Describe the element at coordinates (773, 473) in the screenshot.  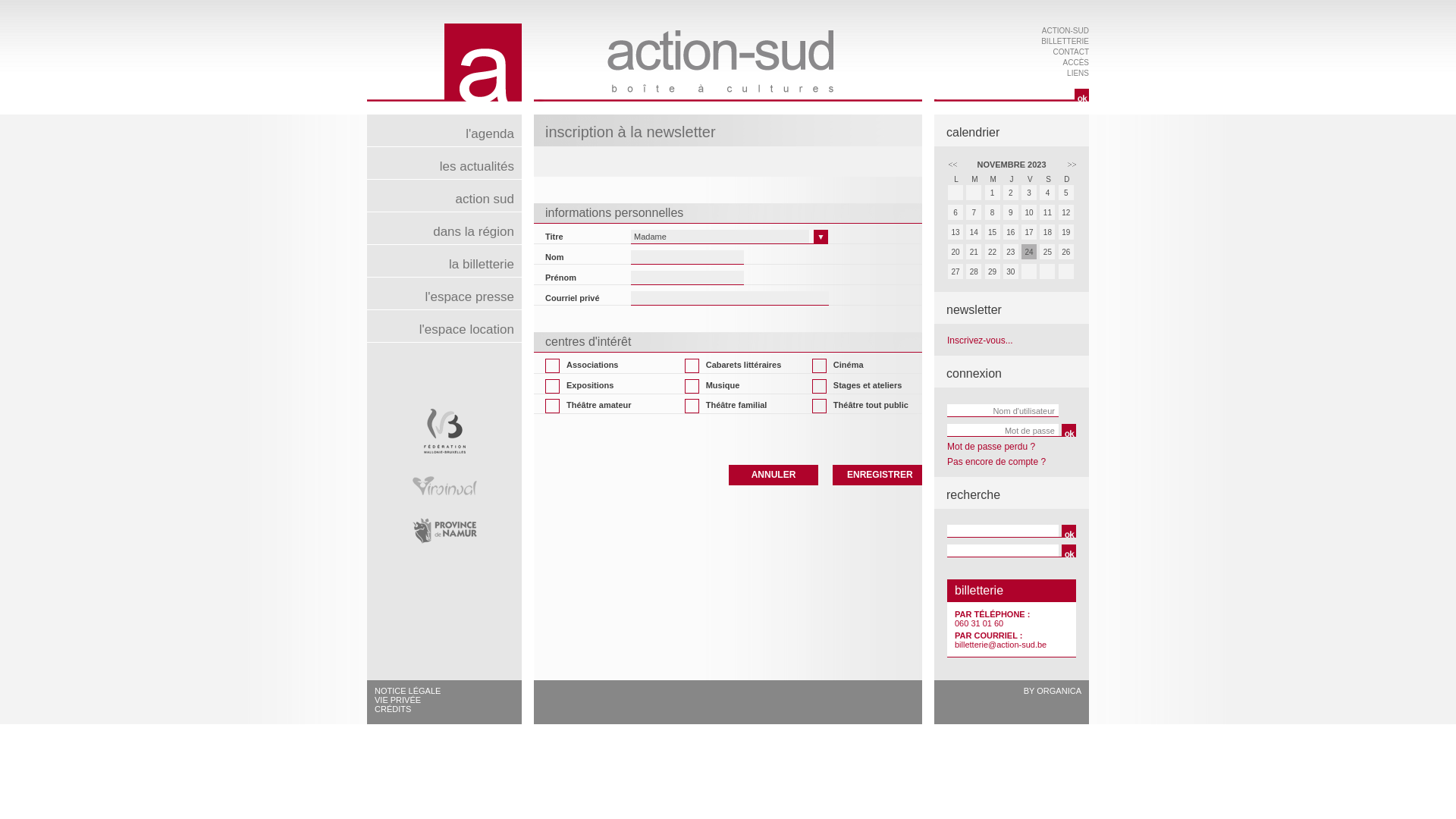
I see `'ANNULER'` at that location.